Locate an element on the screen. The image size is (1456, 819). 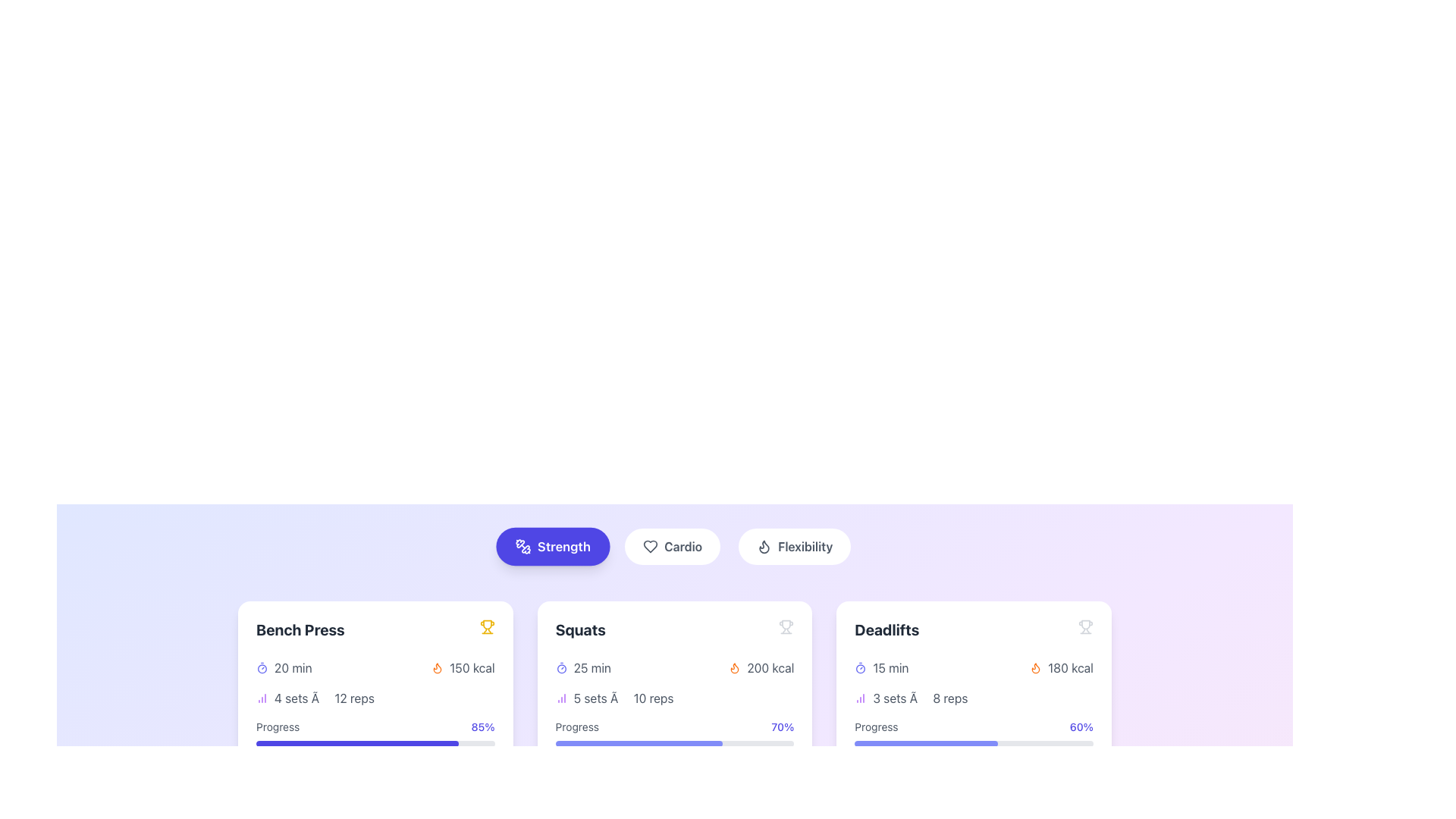
the icon associated with the 'Bench Press' workout set is located at coordinates (375, 698).